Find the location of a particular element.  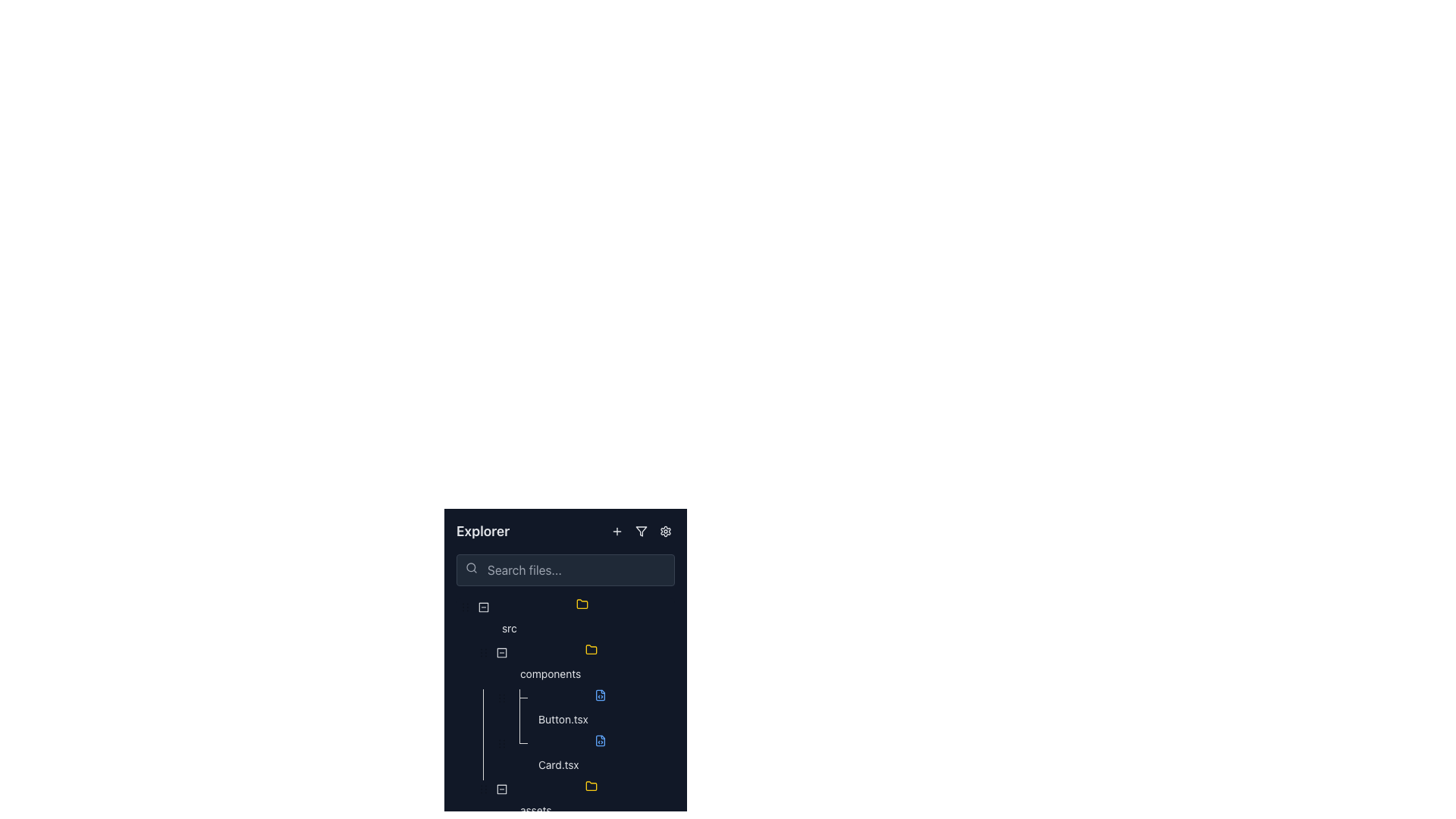

the folder icon in the tree view, which is represented by a yellow outline of a folder next to the label 'src', to possibly display additional information is located at coordinates (585, 607).